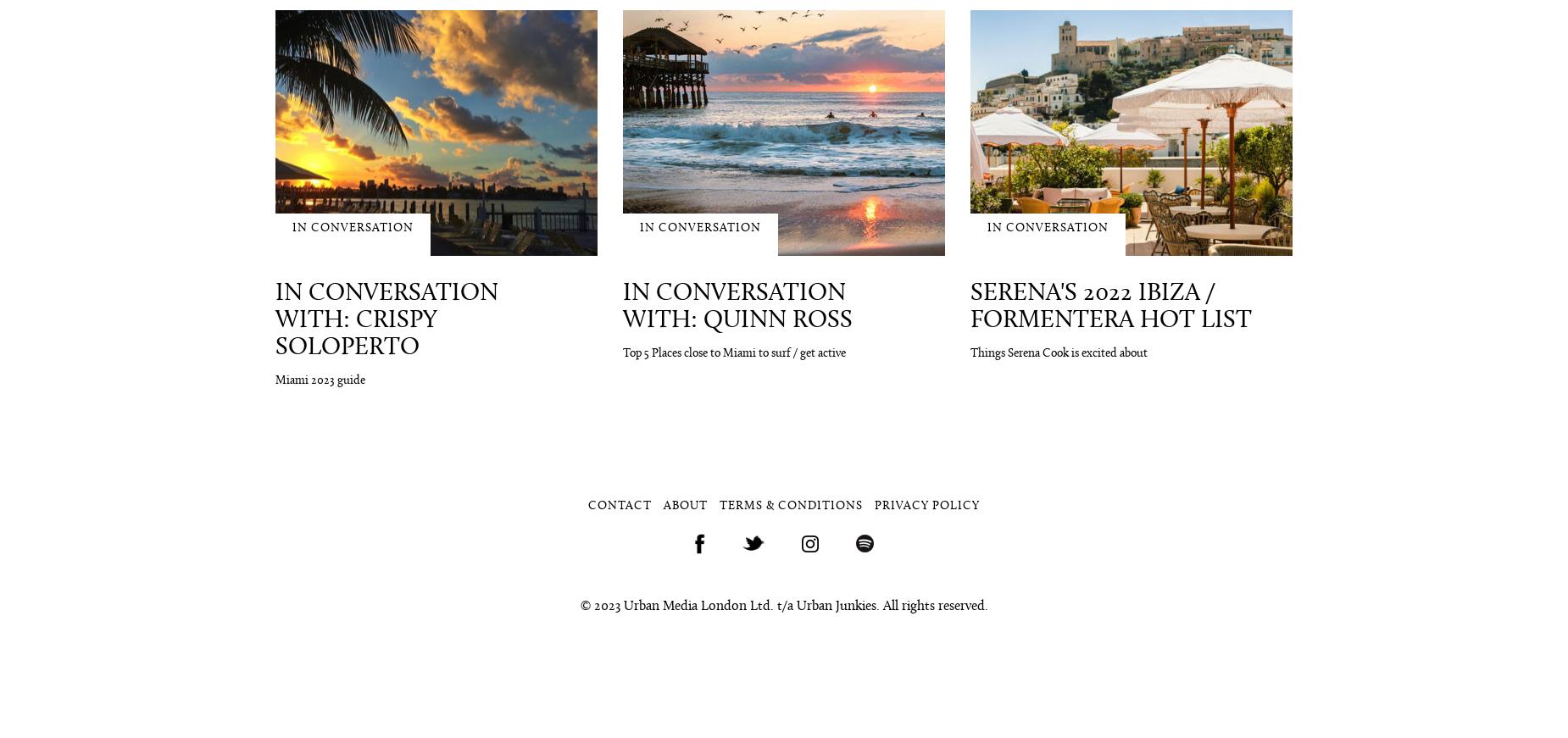 The height and width of the screenshot is (738, 1568). Describe the element at coordinates (790, 504) in the screenshot. I see `'Terms & Conditions'` at that location.